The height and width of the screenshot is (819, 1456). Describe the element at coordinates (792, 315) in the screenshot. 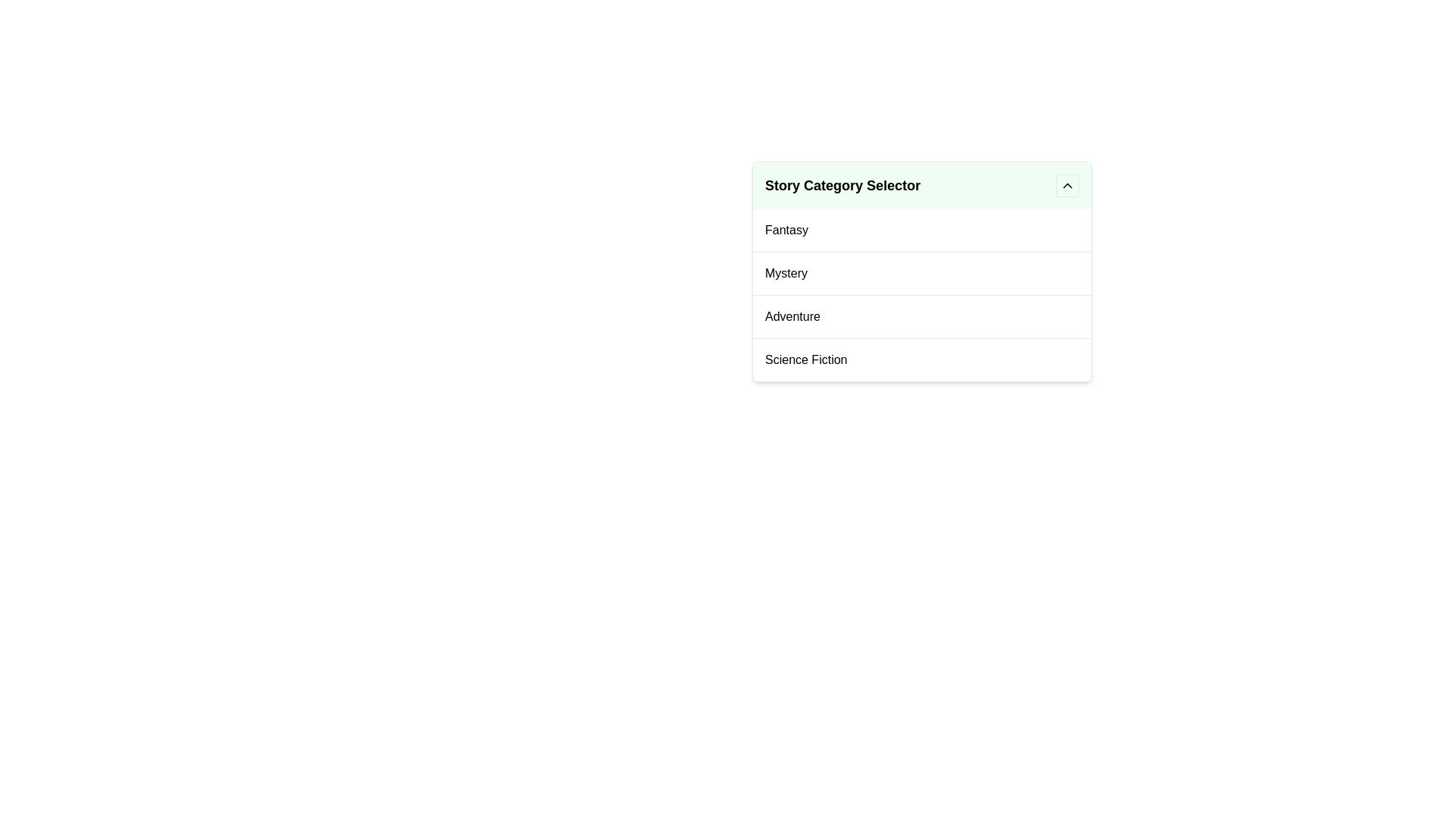

I see `the label displaying 'Adventure' in a vertical list of category options` at that location.